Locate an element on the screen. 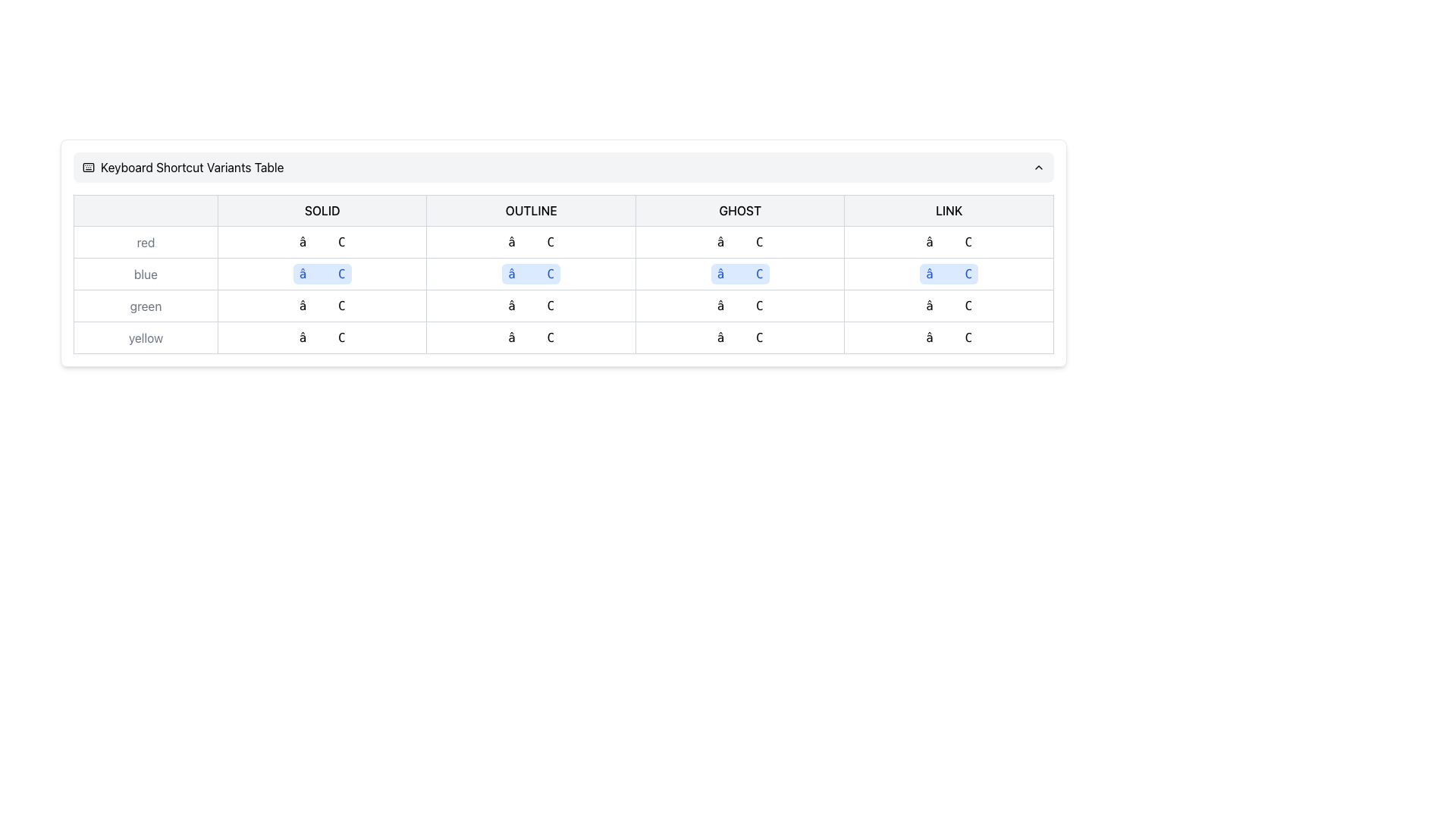  the label representing the keyboard shortcut '⌘ C' located in the second column of the second row of the table, which is between the 'red' and 'green' rows is located at coordinates (531, 274).